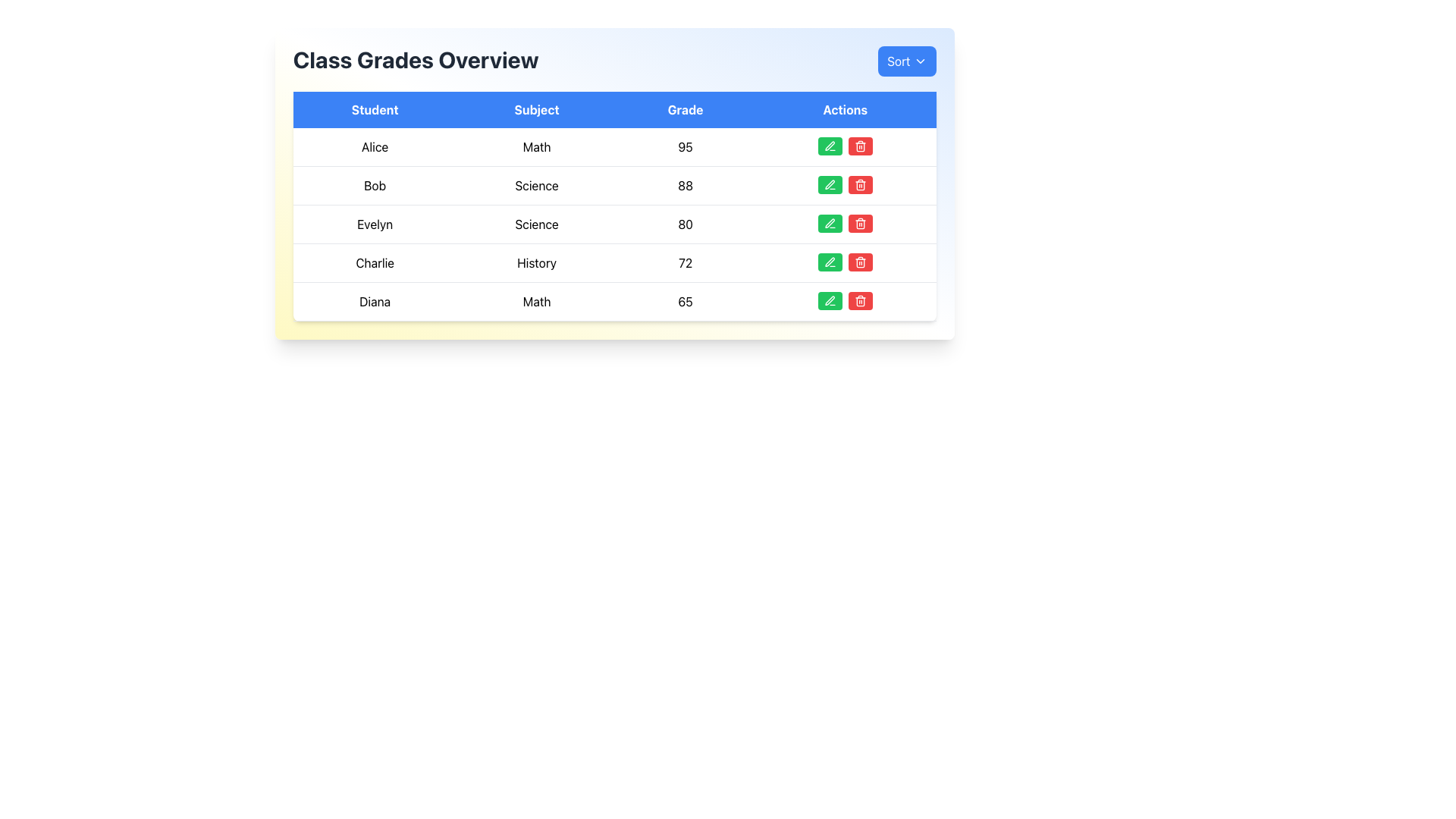  Describe the element at coordinates (860, 262) in the screenshot. I see `the delete button in the Actions column for the student 'Diana' to change its background color` at that location.